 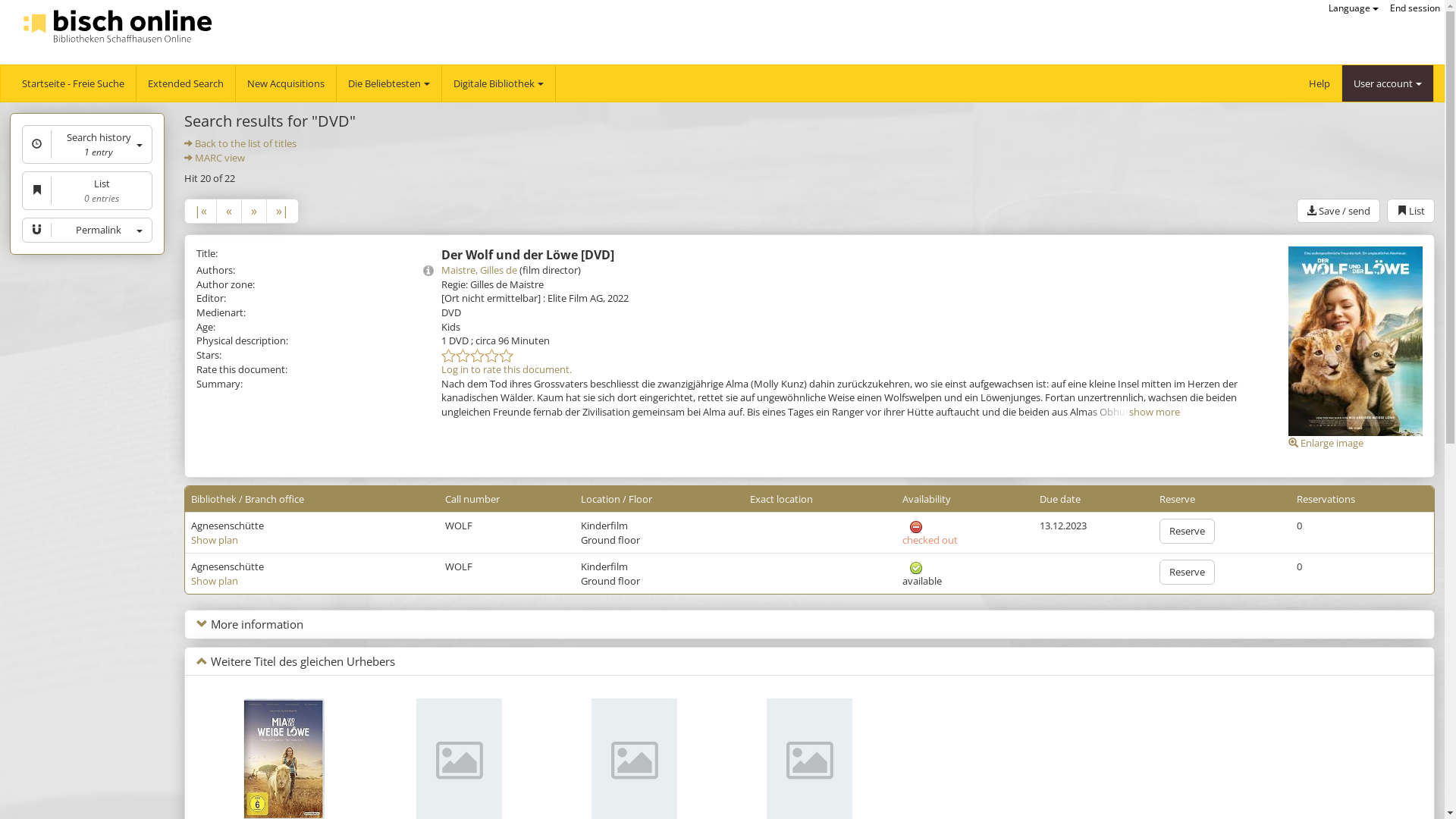 I want to click on 'Extended Search', so click(x=184, y=83).